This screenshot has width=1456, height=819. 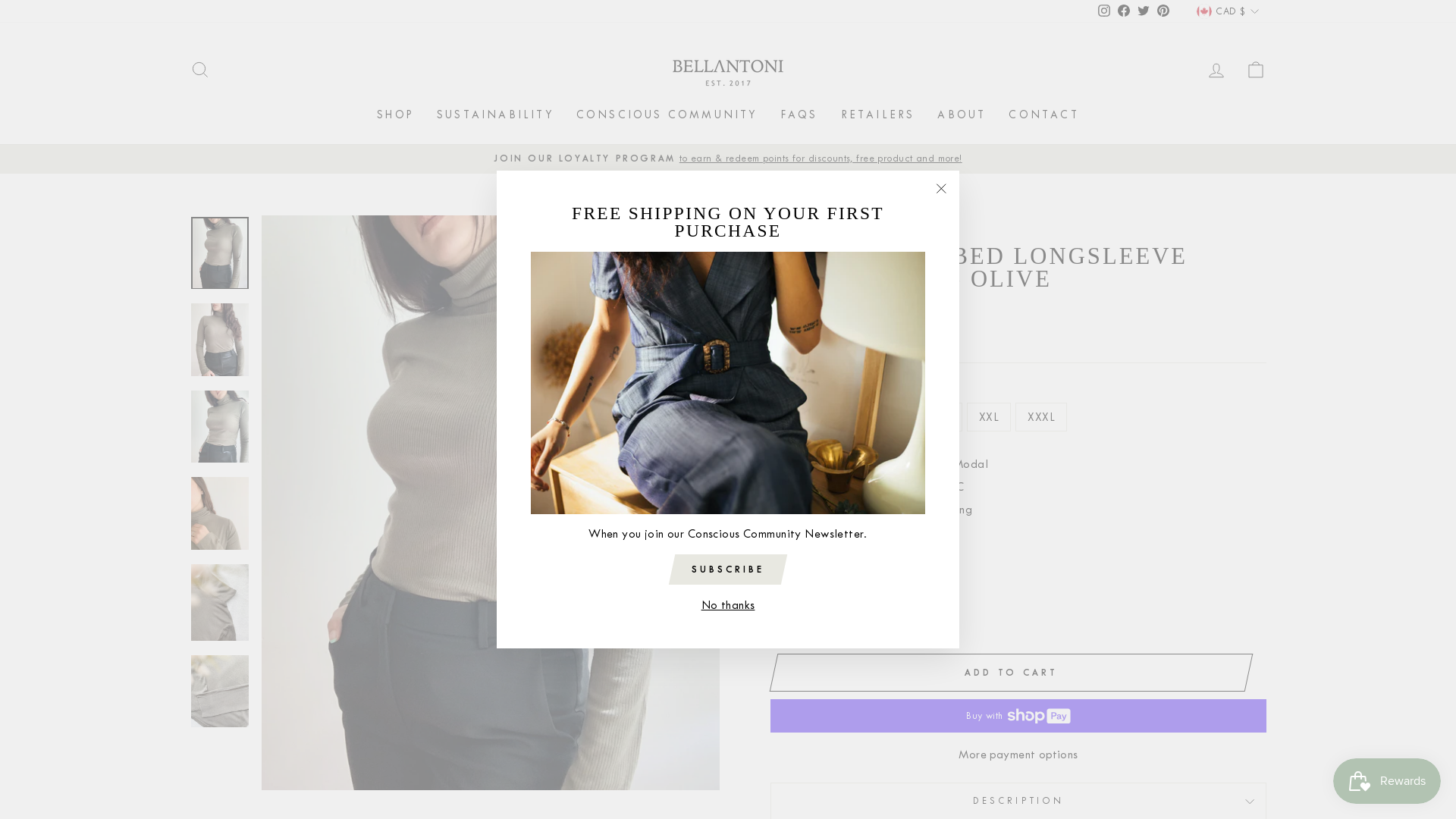 I want to click on 'Twitter', so click(x=1143, y=11).